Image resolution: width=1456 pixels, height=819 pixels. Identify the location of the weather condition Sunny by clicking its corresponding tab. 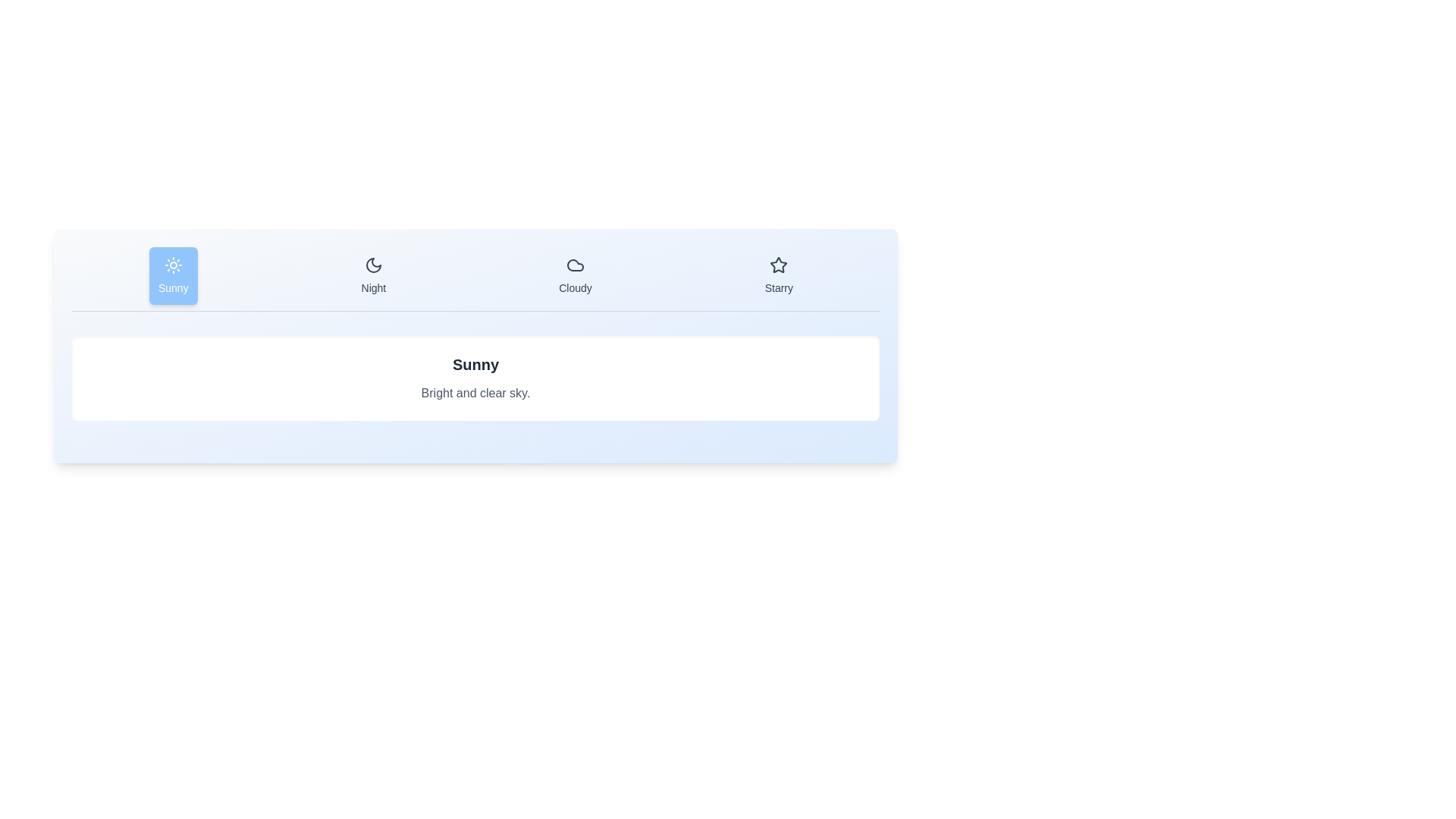
(172, 275).